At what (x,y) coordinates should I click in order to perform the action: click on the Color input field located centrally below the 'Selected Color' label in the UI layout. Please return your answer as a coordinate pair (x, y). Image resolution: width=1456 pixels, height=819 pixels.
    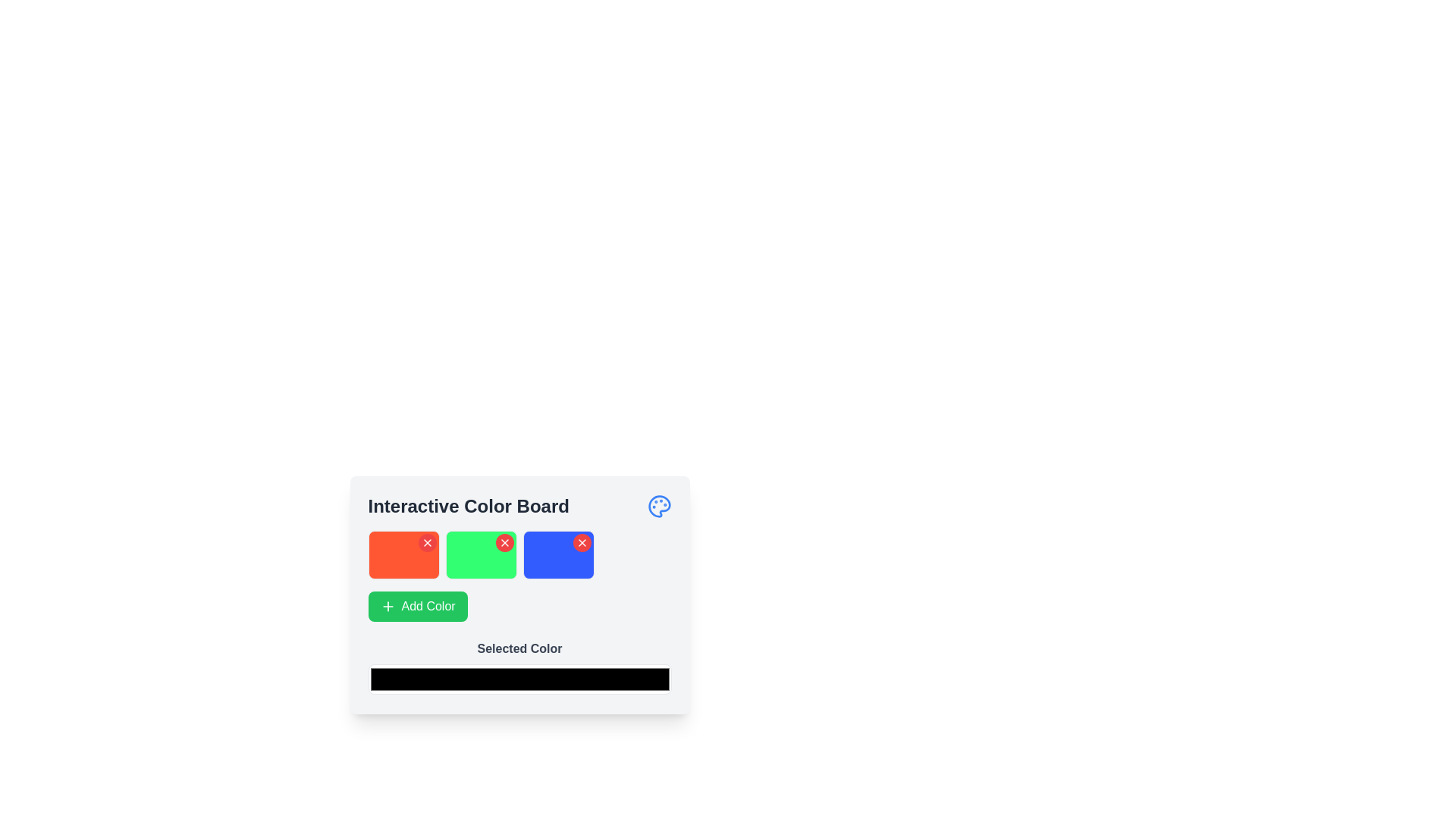
    Looking at the image, I should click on (519, 678).